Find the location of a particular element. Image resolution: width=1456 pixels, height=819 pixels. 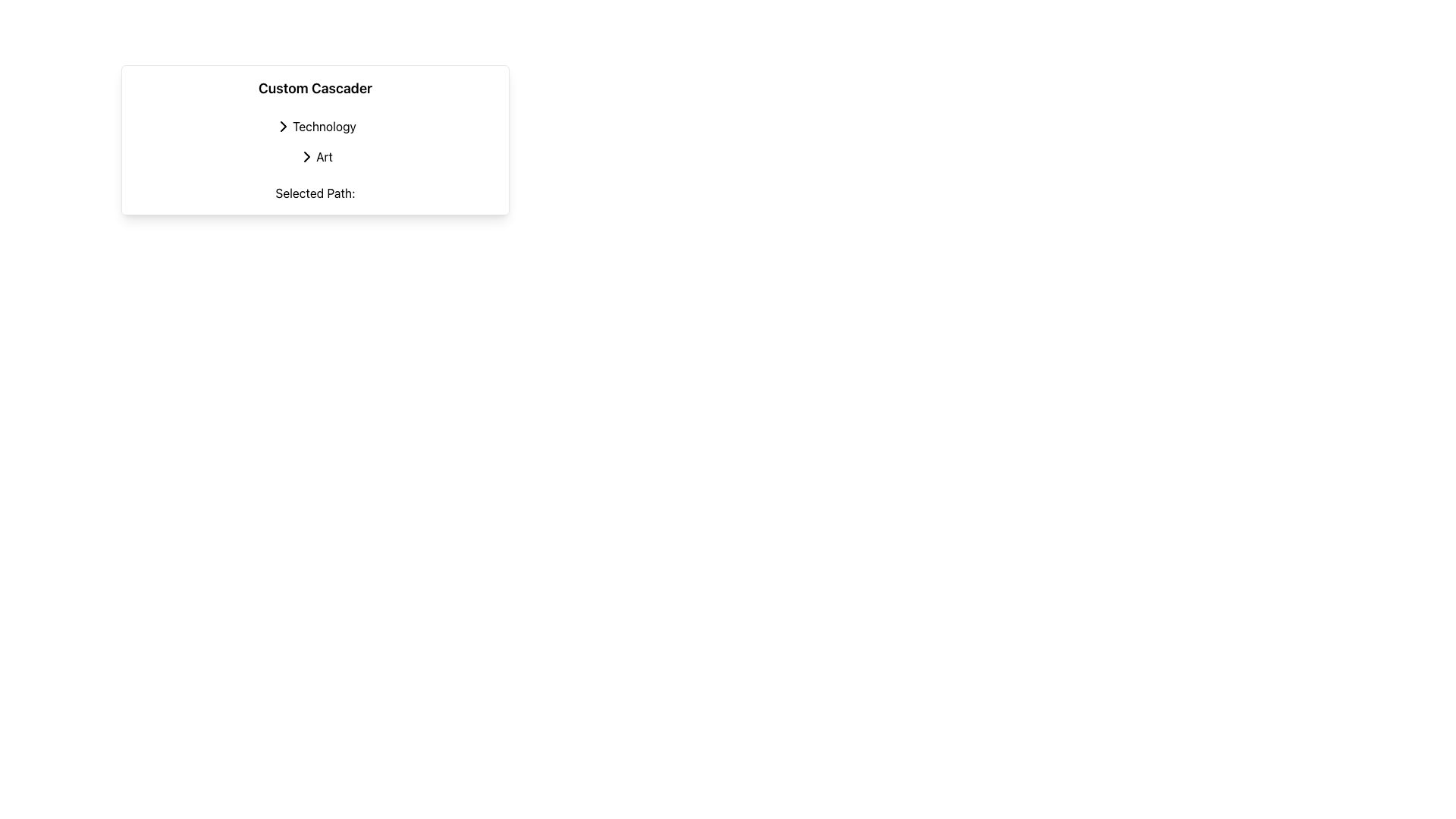

the first selectable text option in the 'Custom Cascader' menu is located at coordinates (323, 125).